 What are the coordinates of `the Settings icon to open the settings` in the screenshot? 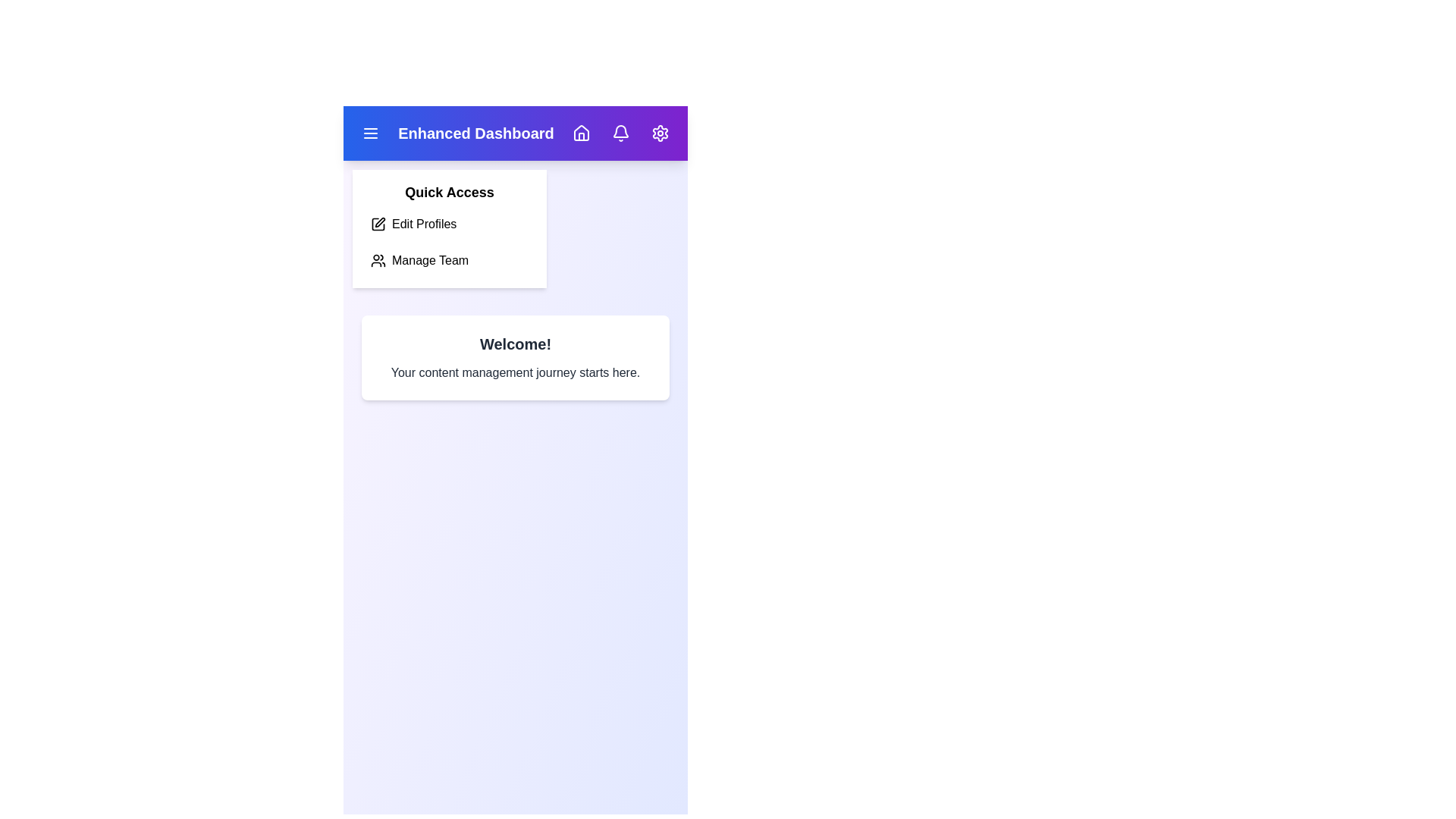 It's located at (660, 133).